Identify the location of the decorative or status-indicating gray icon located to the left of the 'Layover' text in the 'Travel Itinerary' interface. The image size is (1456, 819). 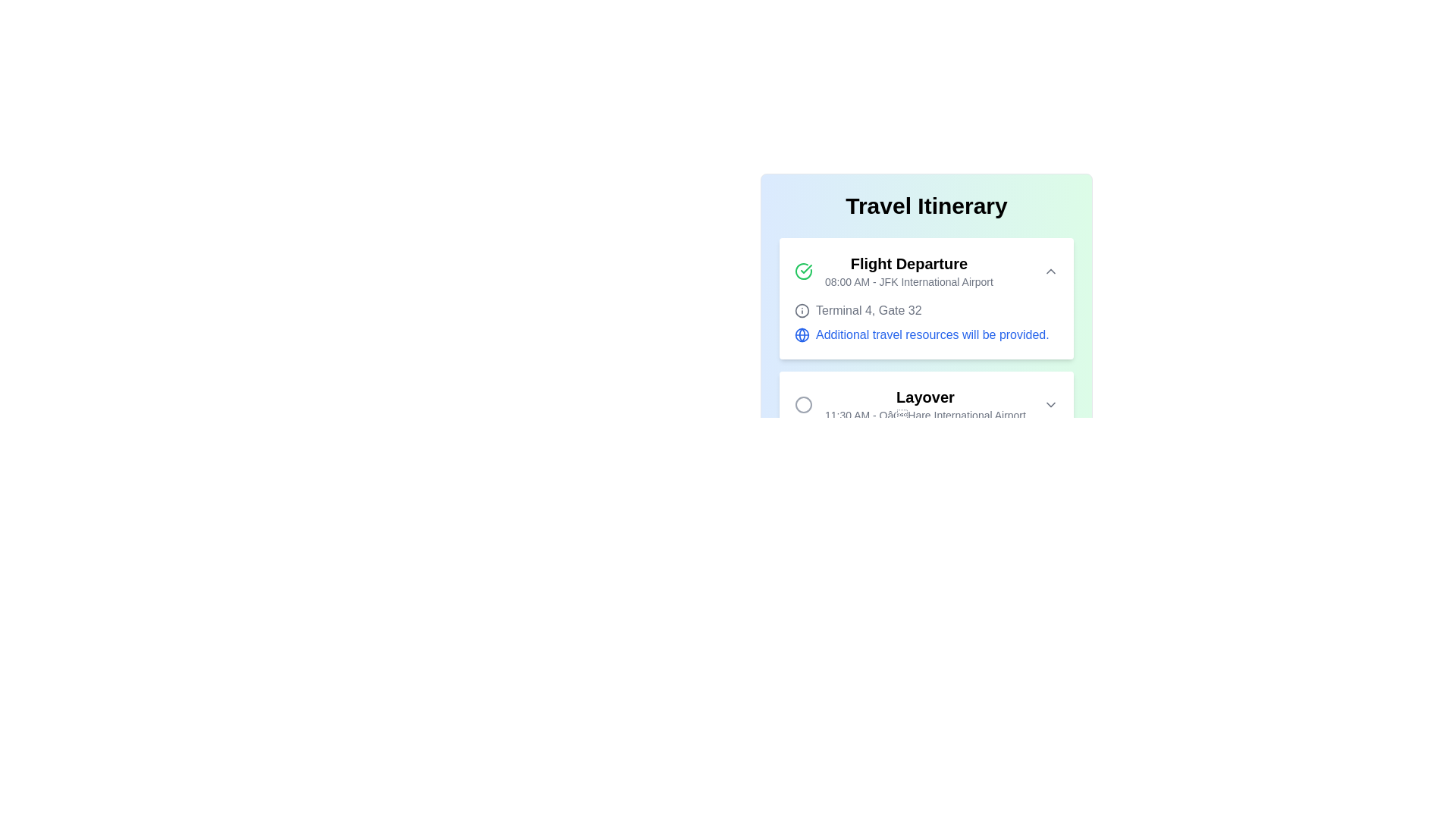
(803, 403).